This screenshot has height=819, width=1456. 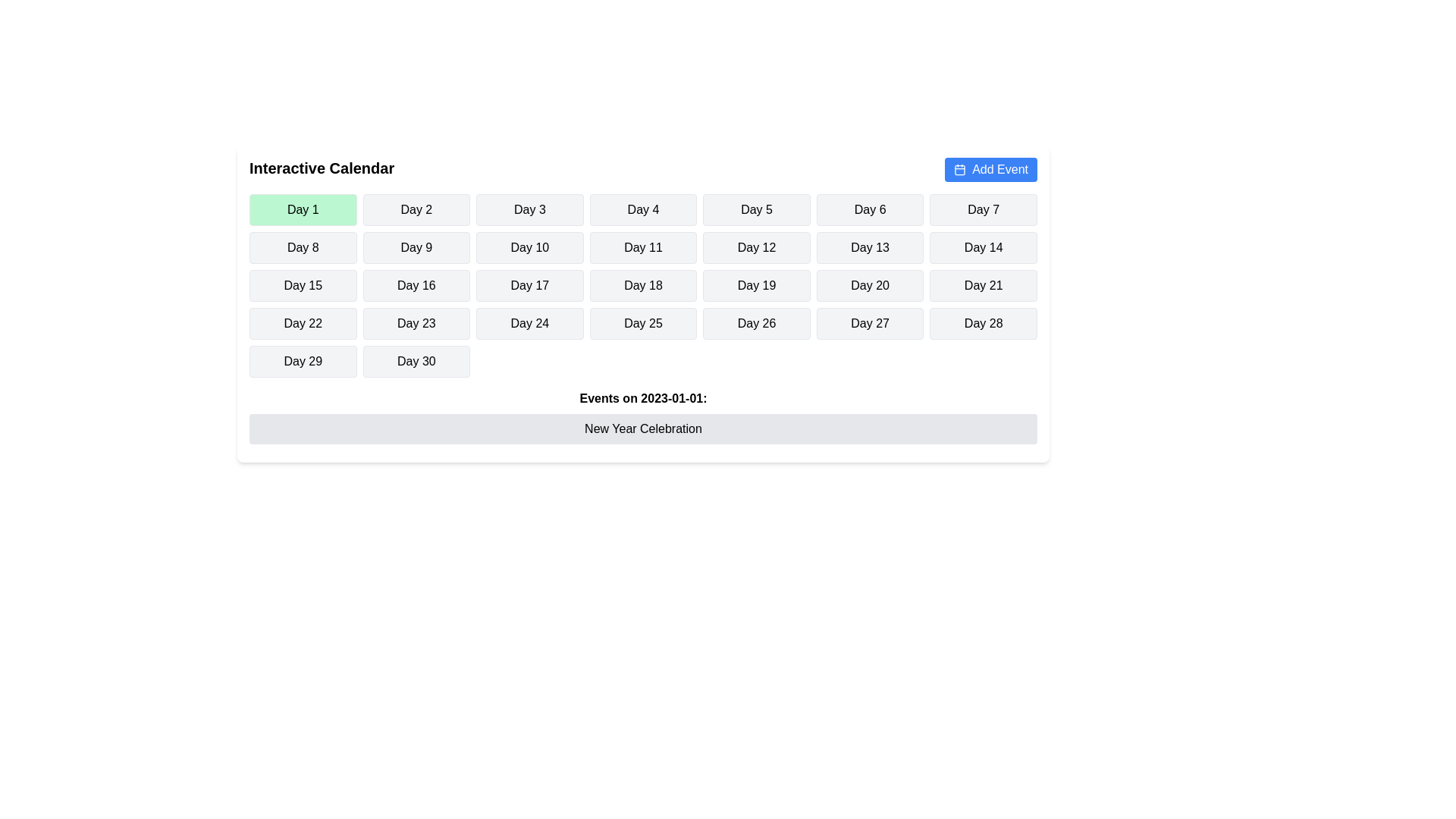 I want to click on the button representing the 29th day in the interactive calendar, so click(x=303, y=362).